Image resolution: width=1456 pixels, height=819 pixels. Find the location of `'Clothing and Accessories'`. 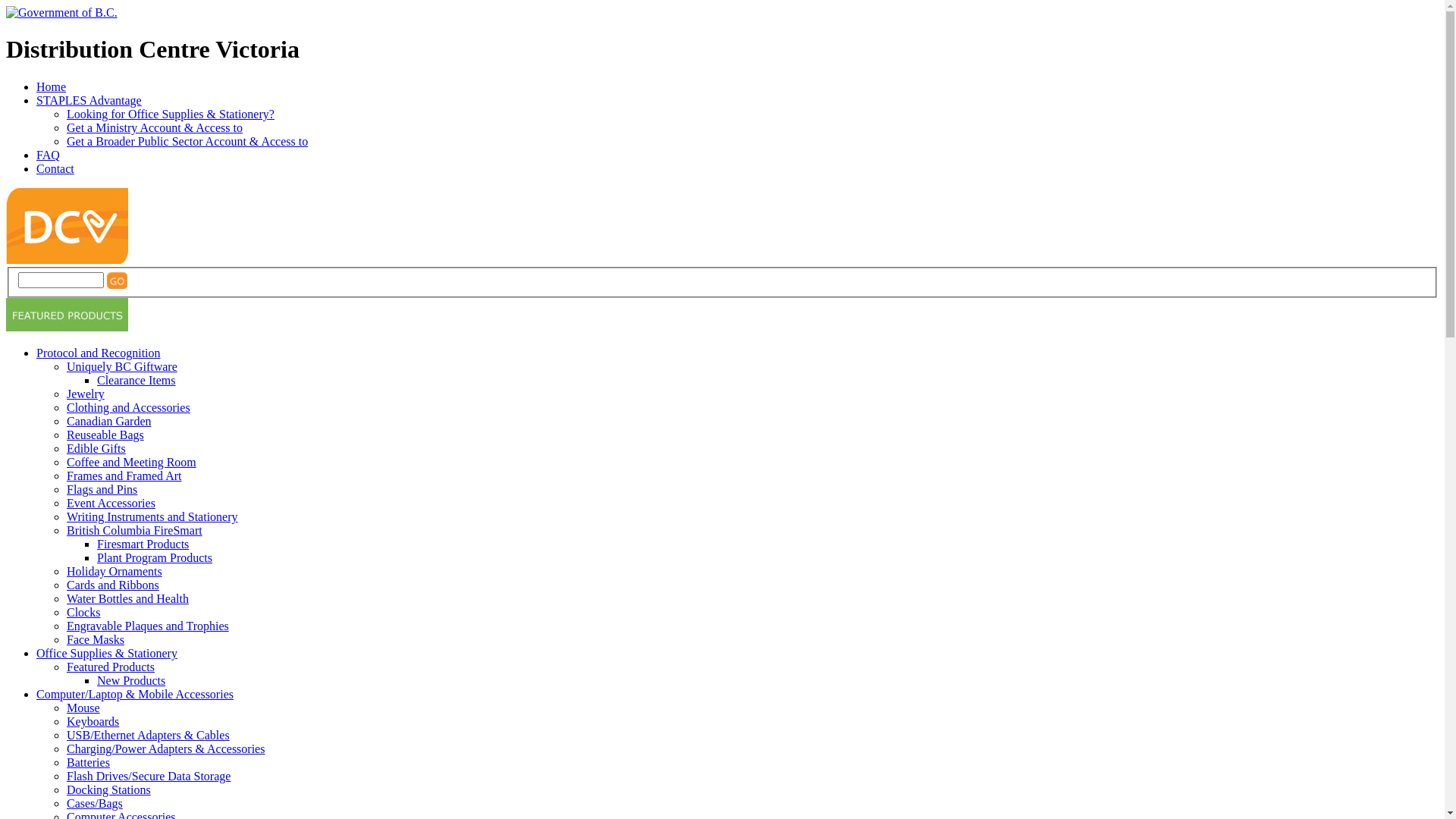

'Clothing and Accessories' is located at coordinates (65, 406).